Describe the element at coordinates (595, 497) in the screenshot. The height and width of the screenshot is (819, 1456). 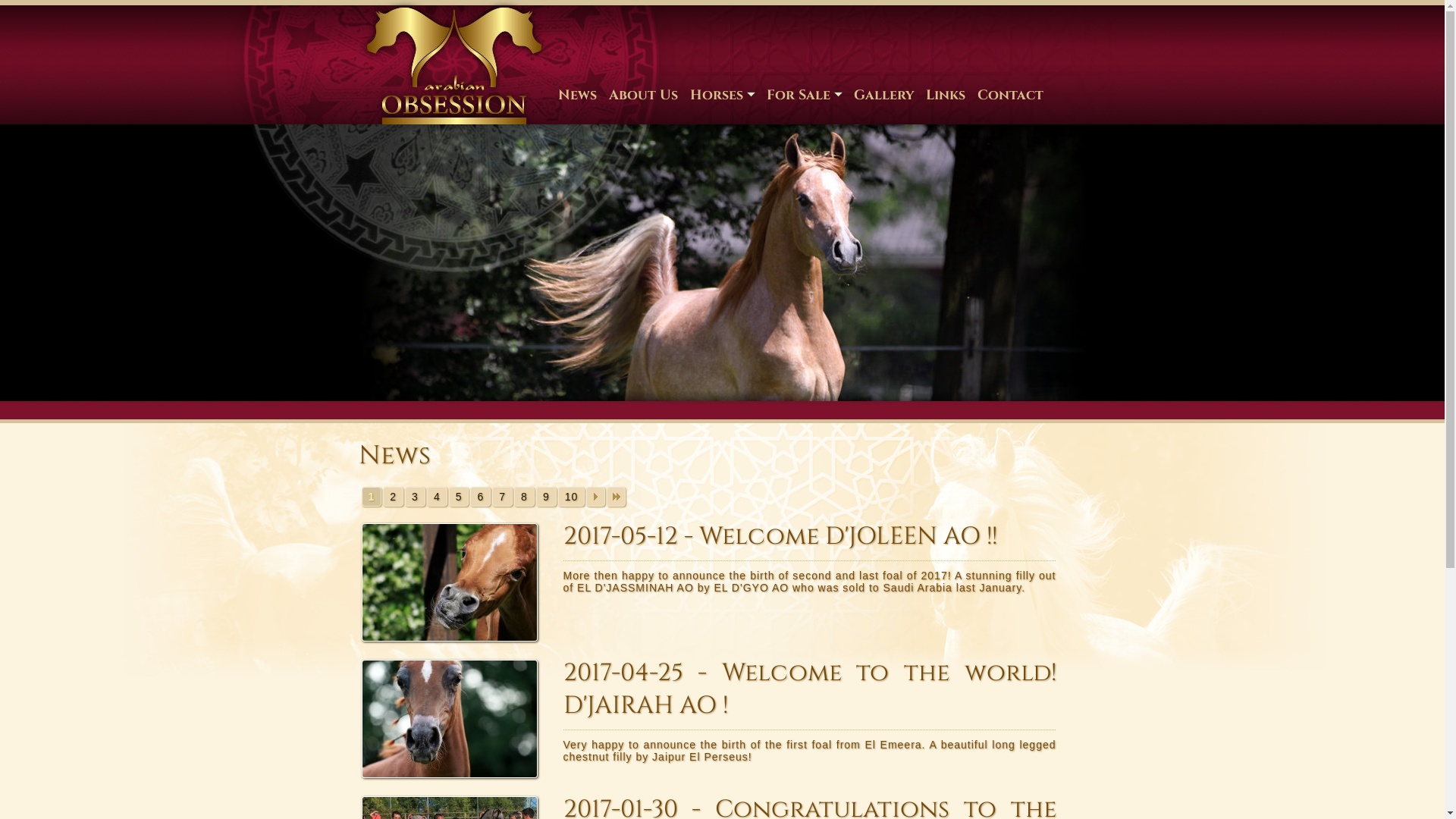
I see `'next page'` at that location.